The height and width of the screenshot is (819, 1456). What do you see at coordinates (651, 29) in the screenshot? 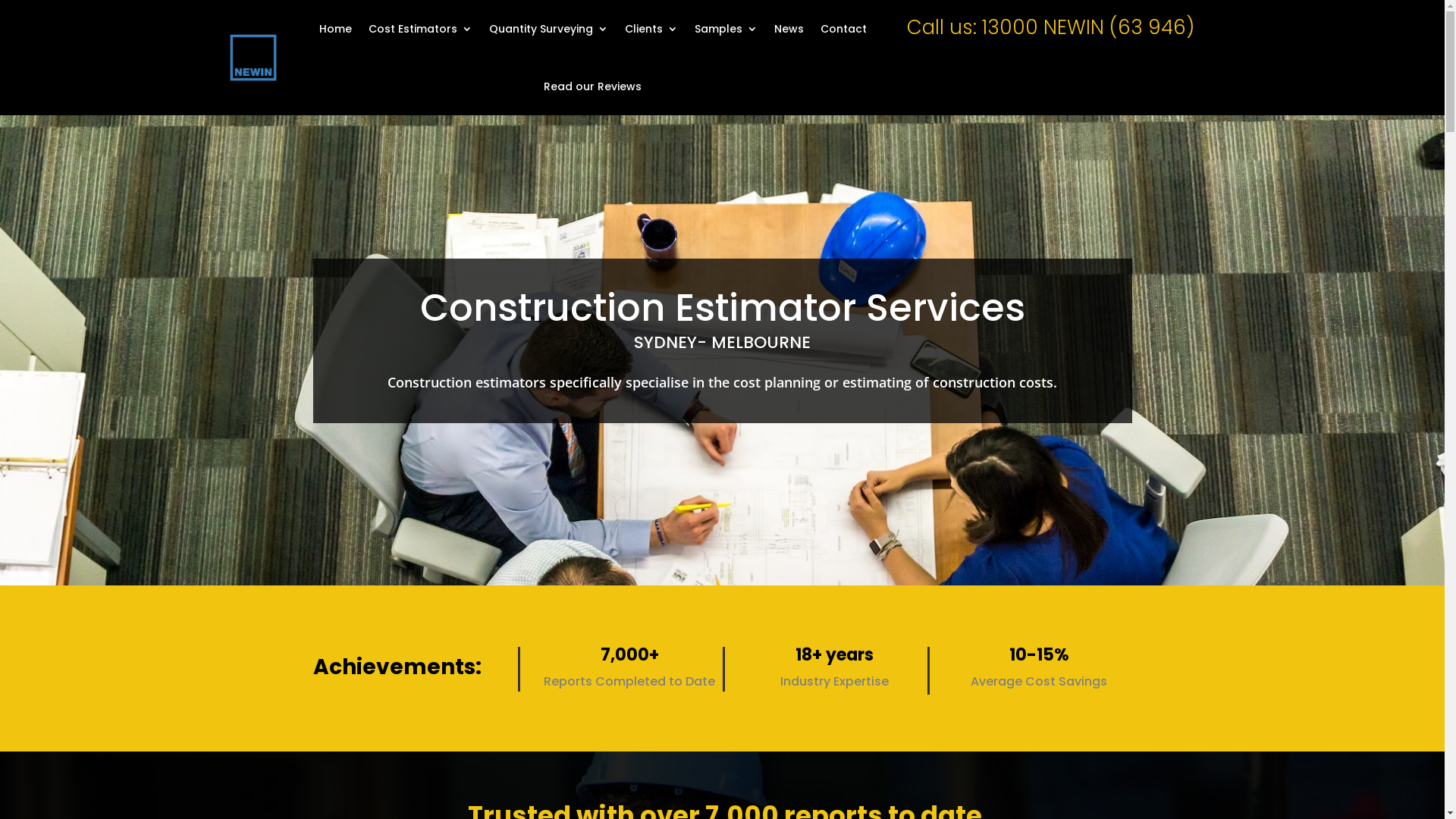
I see `'Clients'` at bounding box center [651, 29].